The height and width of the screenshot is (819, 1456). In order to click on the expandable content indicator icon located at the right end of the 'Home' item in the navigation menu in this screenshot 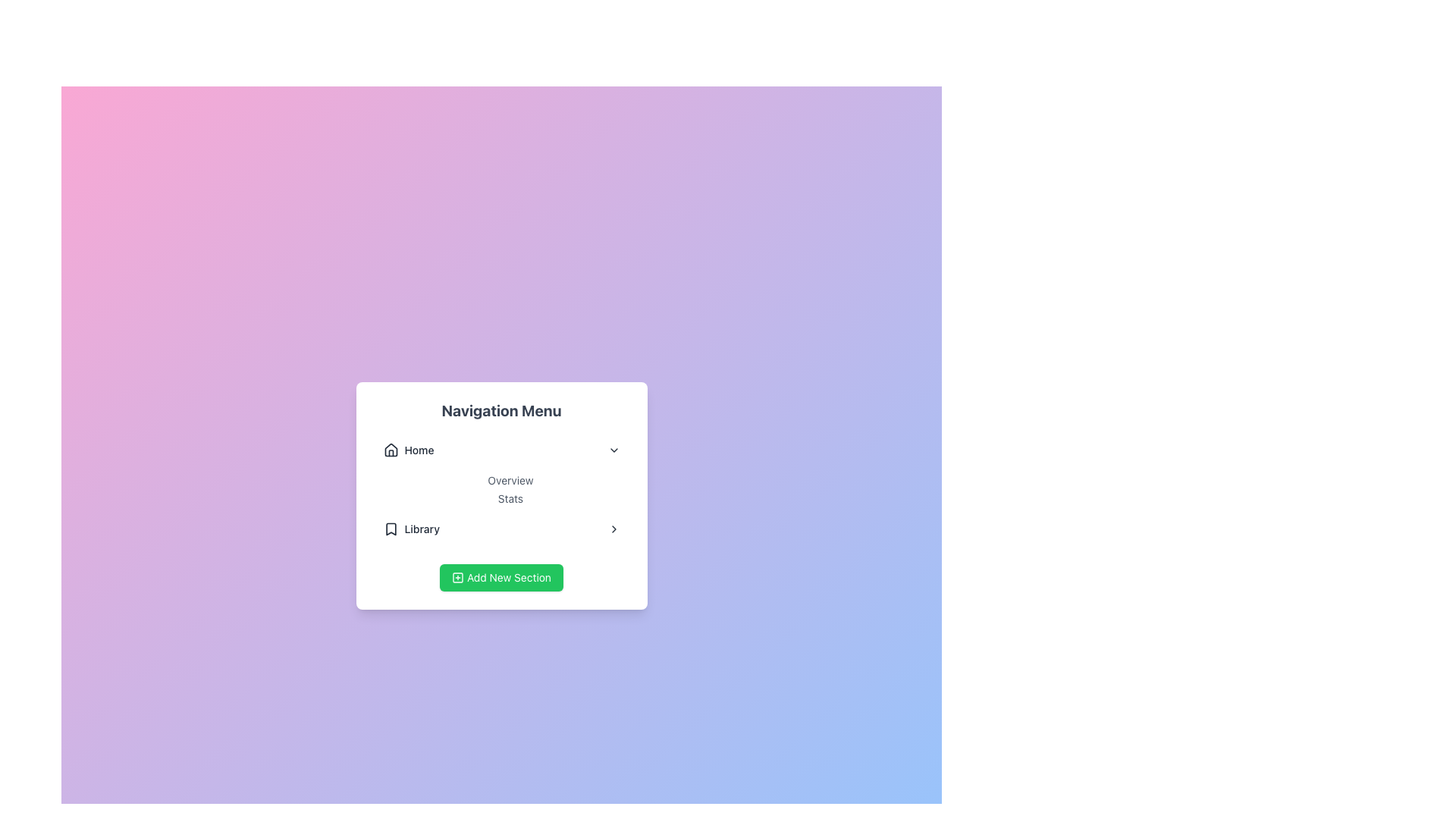, I will do `click(613, 450)`.